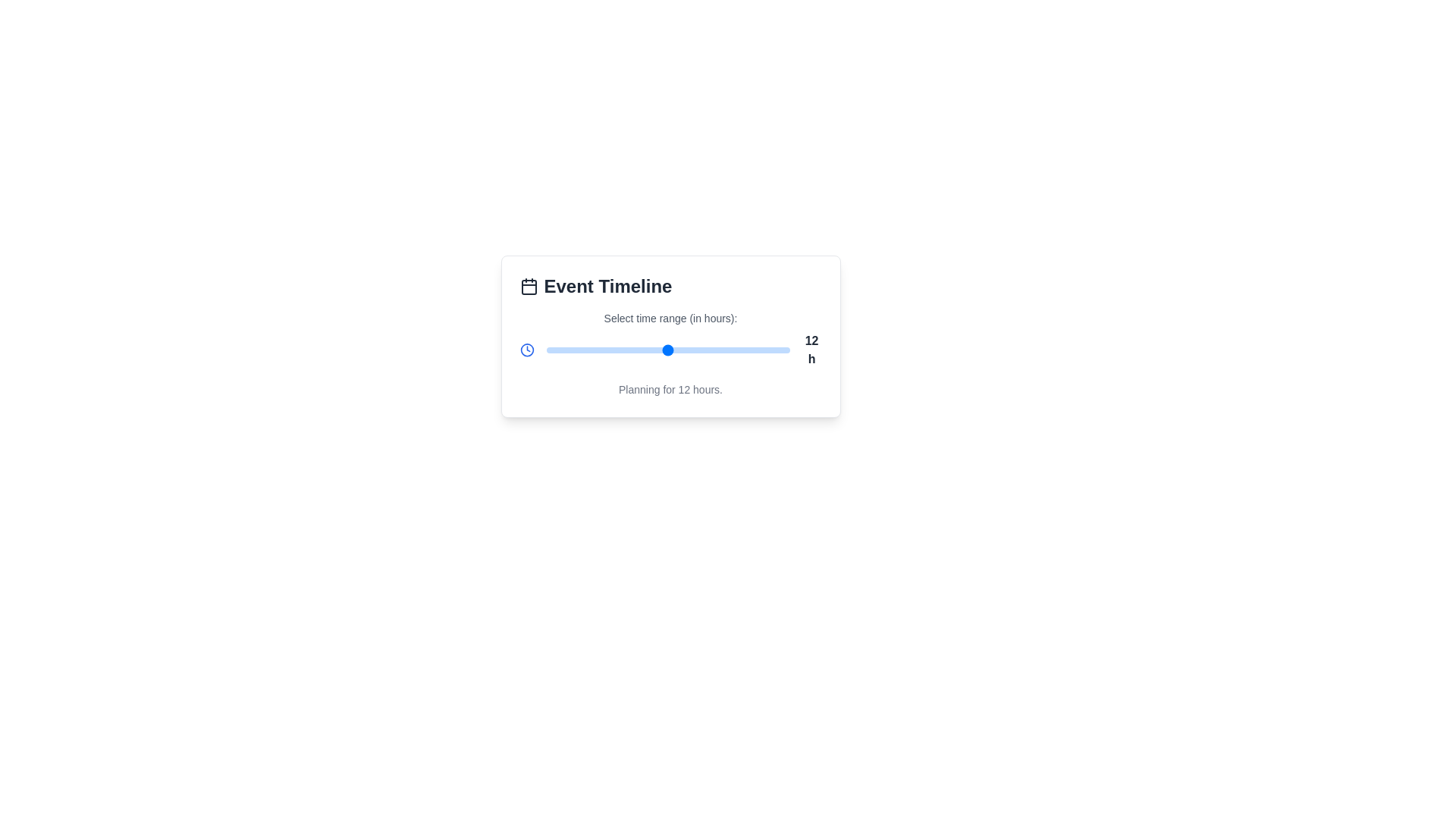 The height and width of the screenshot is (819, 1456). What do you see at coordinates (576, 350) in the screenshot?
I see `the number of hours` at bounding box center [576, 350].